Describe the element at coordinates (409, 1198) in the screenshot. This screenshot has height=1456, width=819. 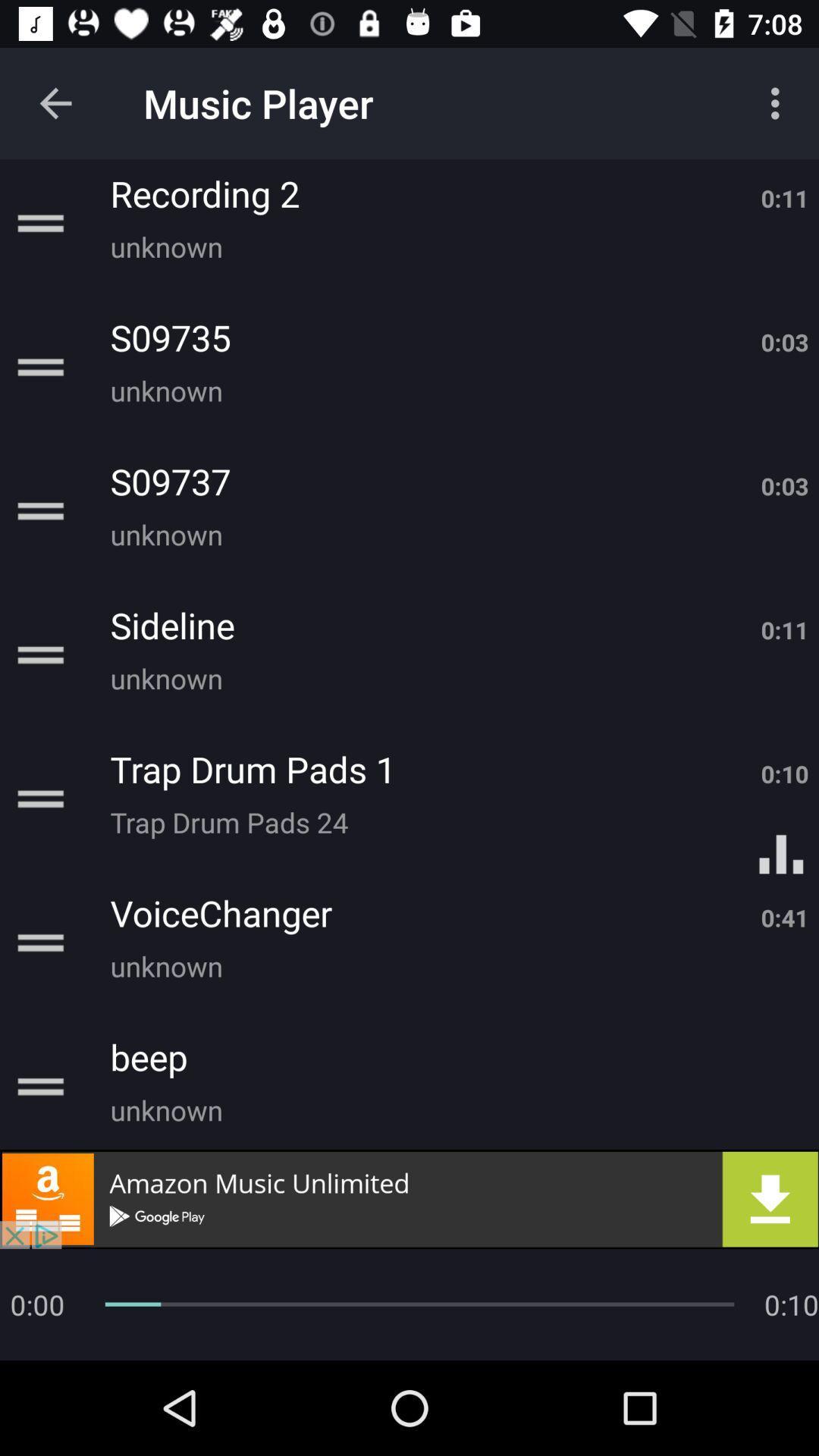
I see `download button` at that location.